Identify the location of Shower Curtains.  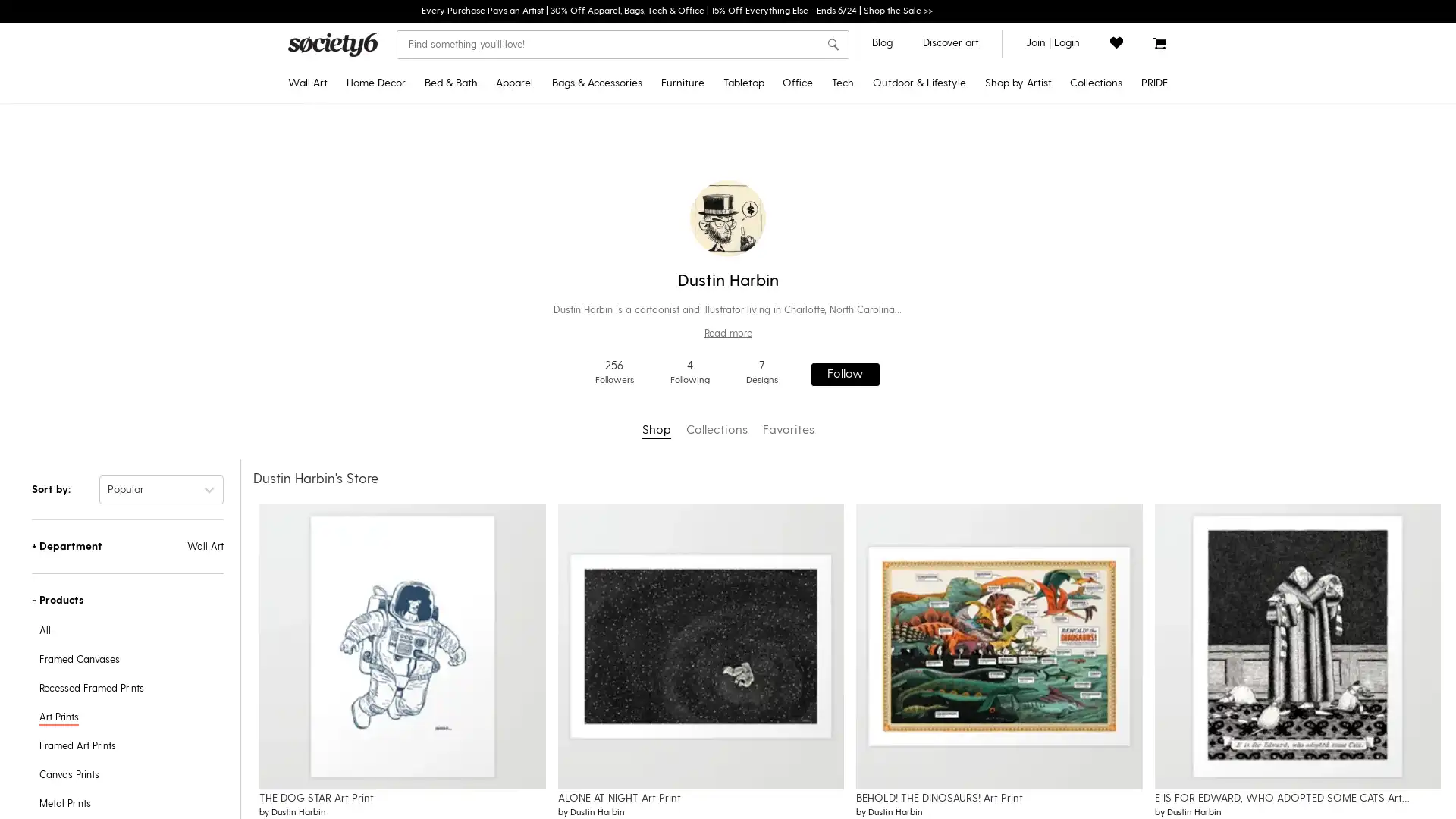
(483, 194).